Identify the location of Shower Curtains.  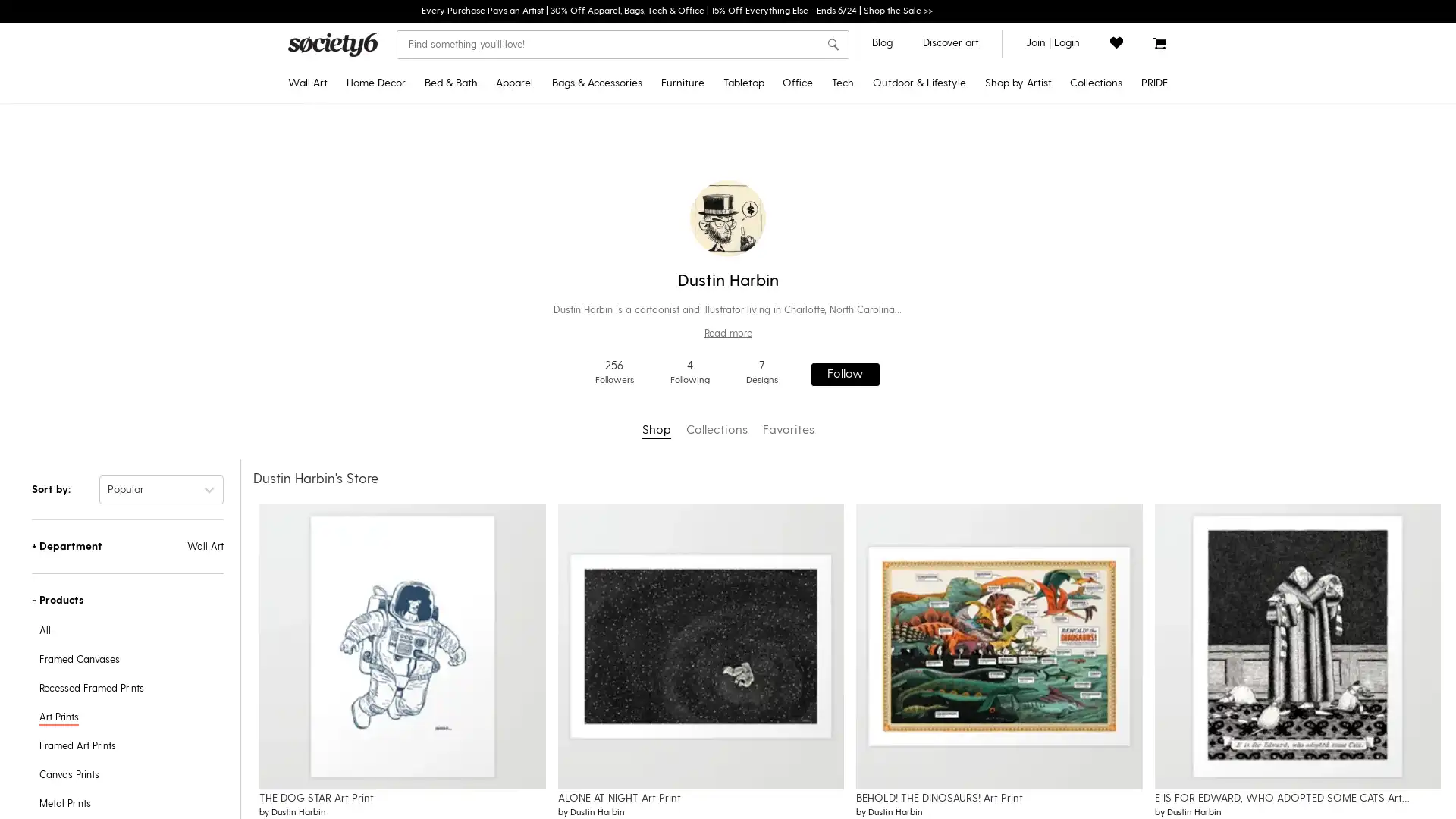
(483, 194).